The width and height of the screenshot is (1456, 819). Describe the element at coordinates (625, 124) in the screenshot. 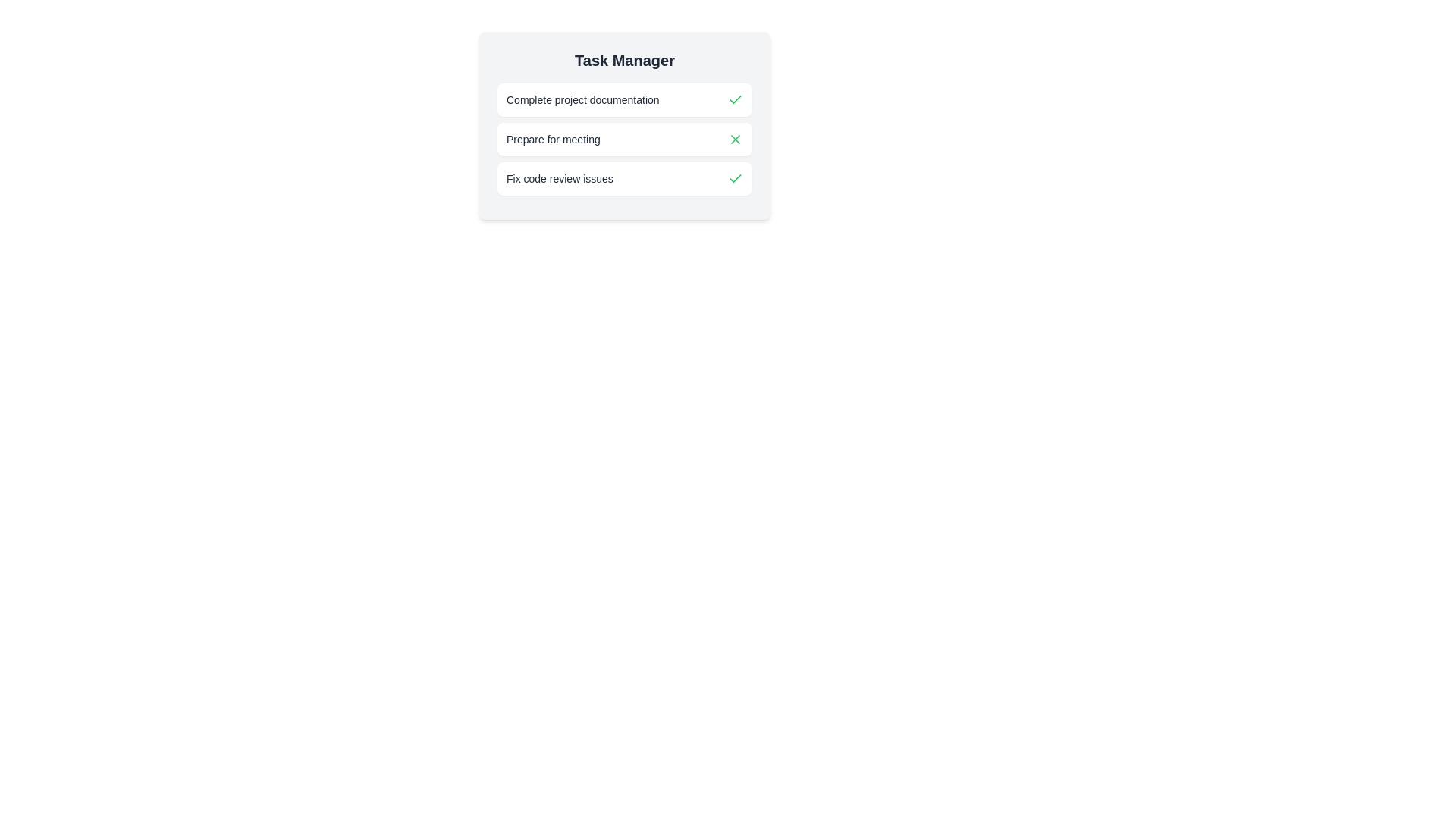

I see `the list item labeled 'Prepare for meeting' in the Task Manager, which has a strikethrough and a red 'x' icon, indicating its completion status` at that location.